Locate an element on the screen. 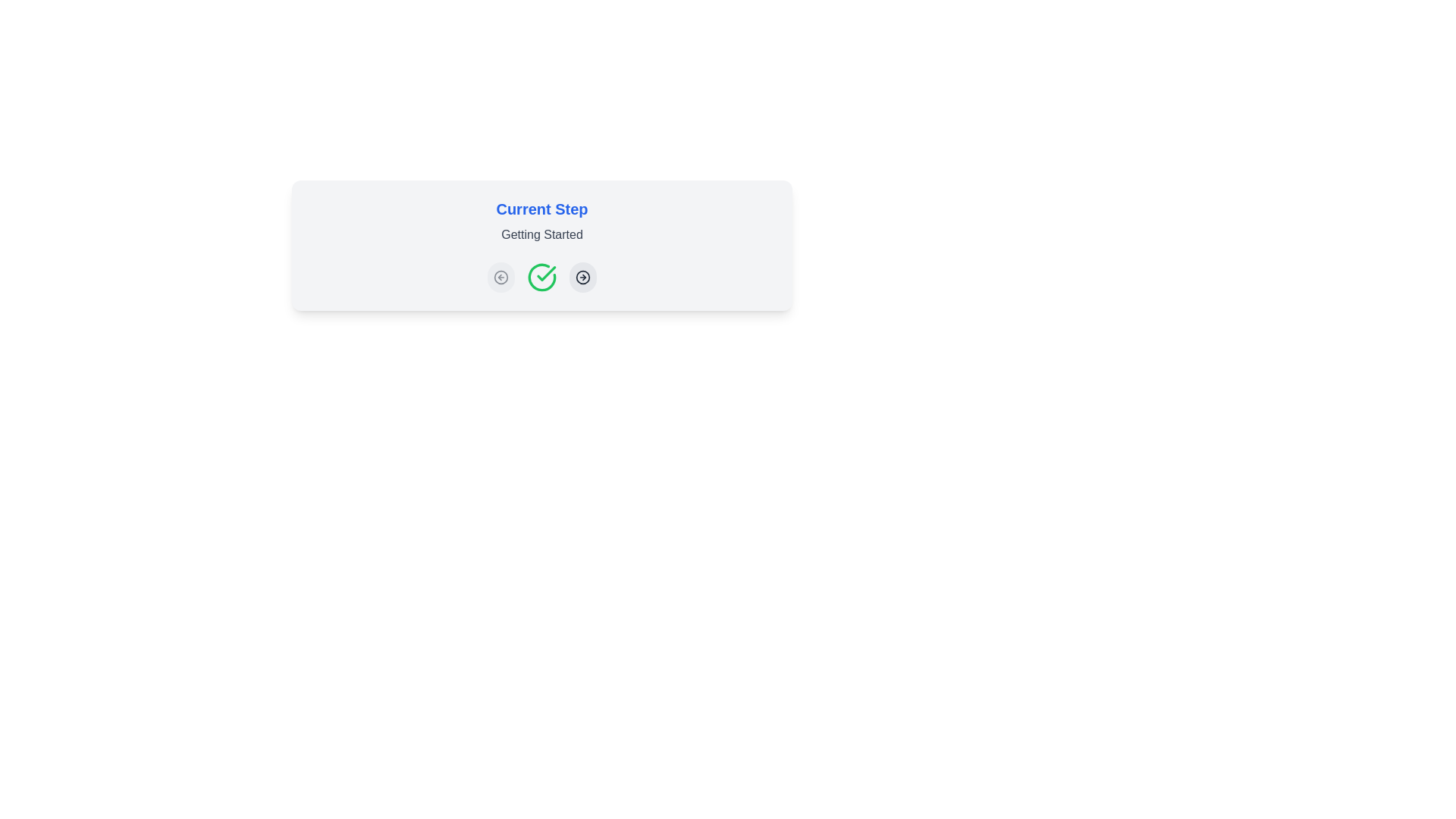  the forward action icon located within the rightmost clickable circle in the row of controls beneath the 'Current Step' text is located at coordinates (582, 278).